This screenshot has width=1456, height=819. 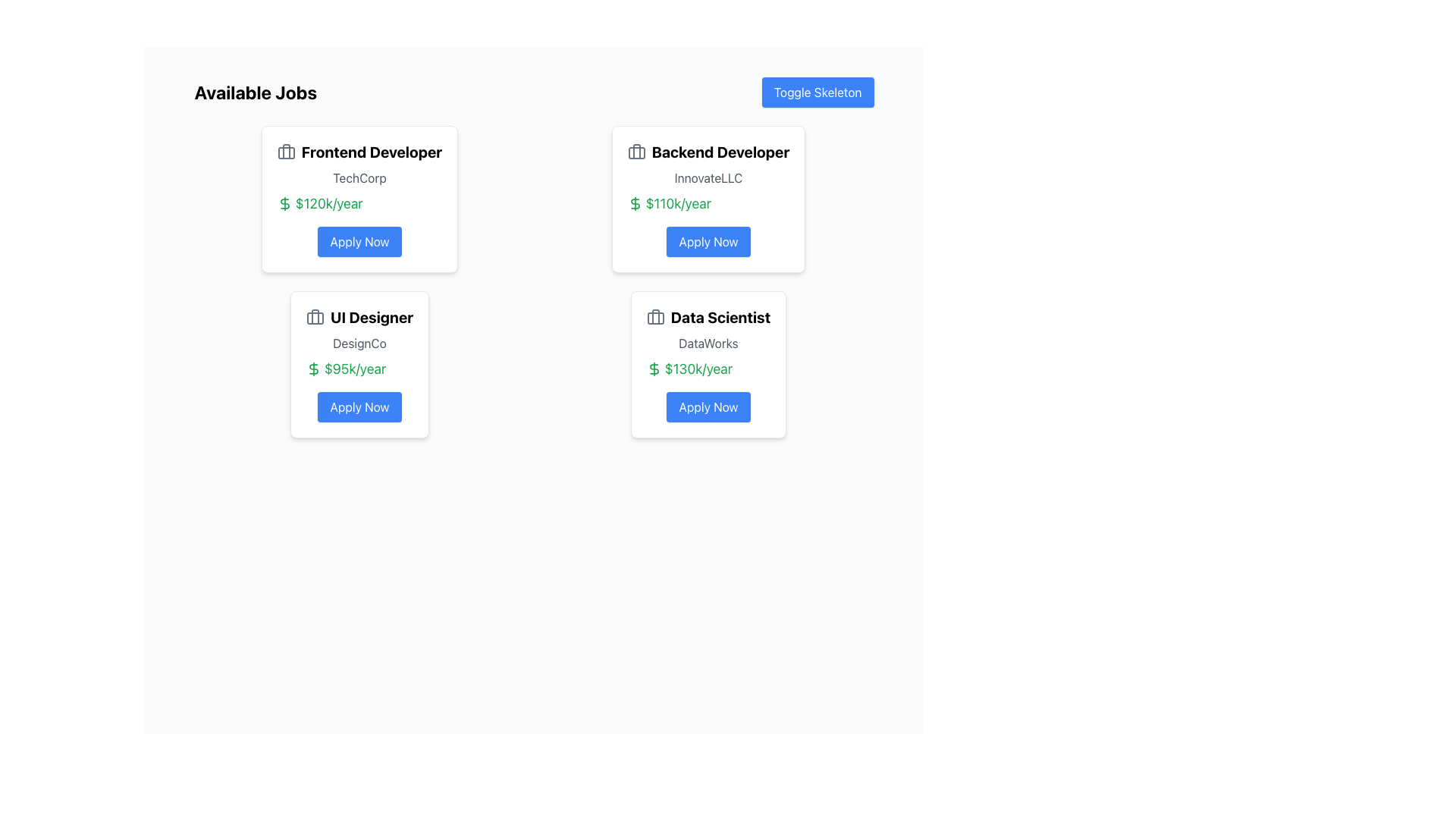 What do you see at coordinates (359, 365) in the screenshot?
I see `the Job Listing Card for the UI Designer position at DesignCo to trigger potential effects` at bounding box center [359, 365].